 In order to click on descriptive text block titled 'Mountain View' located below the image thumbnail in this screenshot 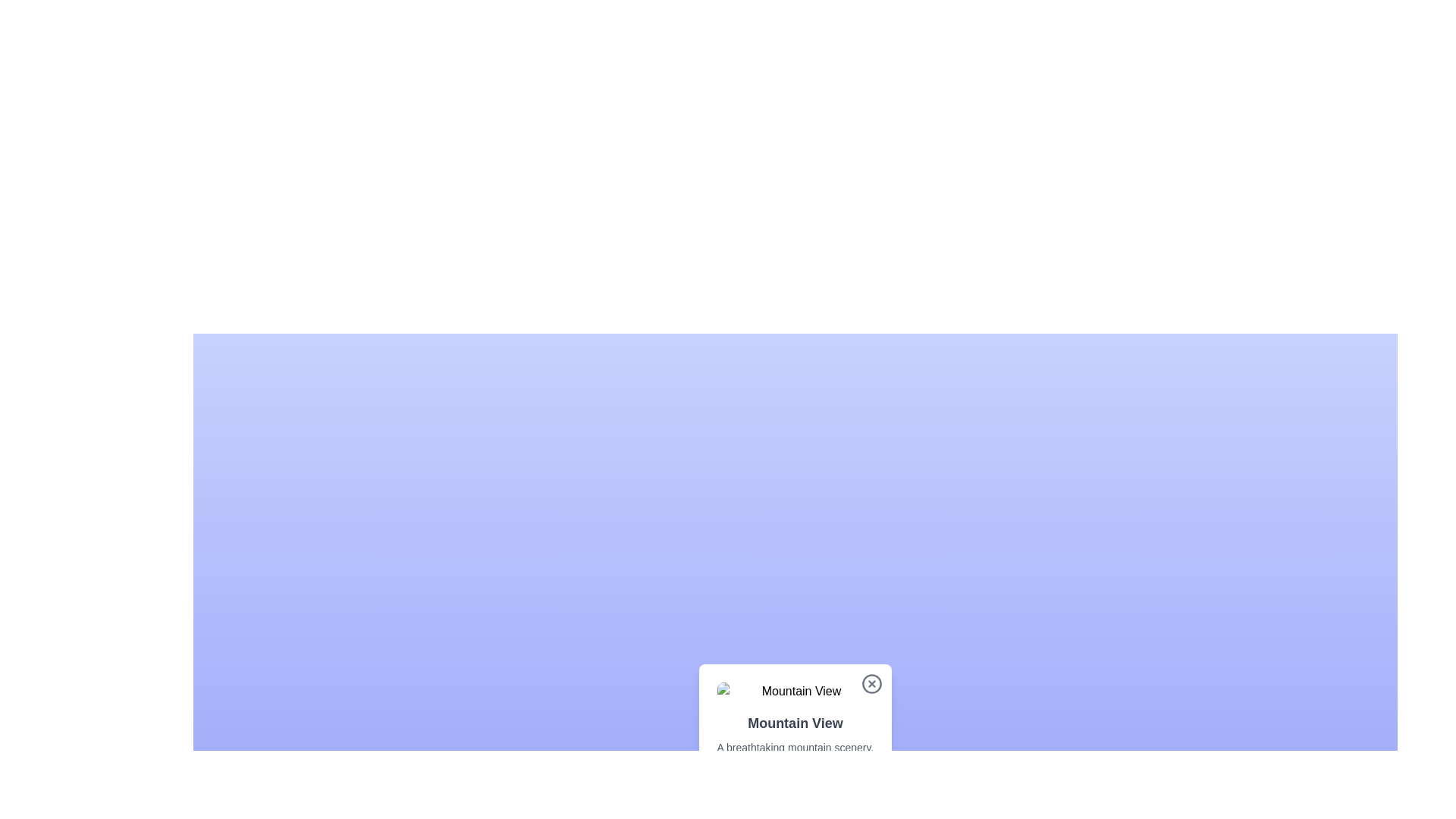, I will do `click(794, 733)`.